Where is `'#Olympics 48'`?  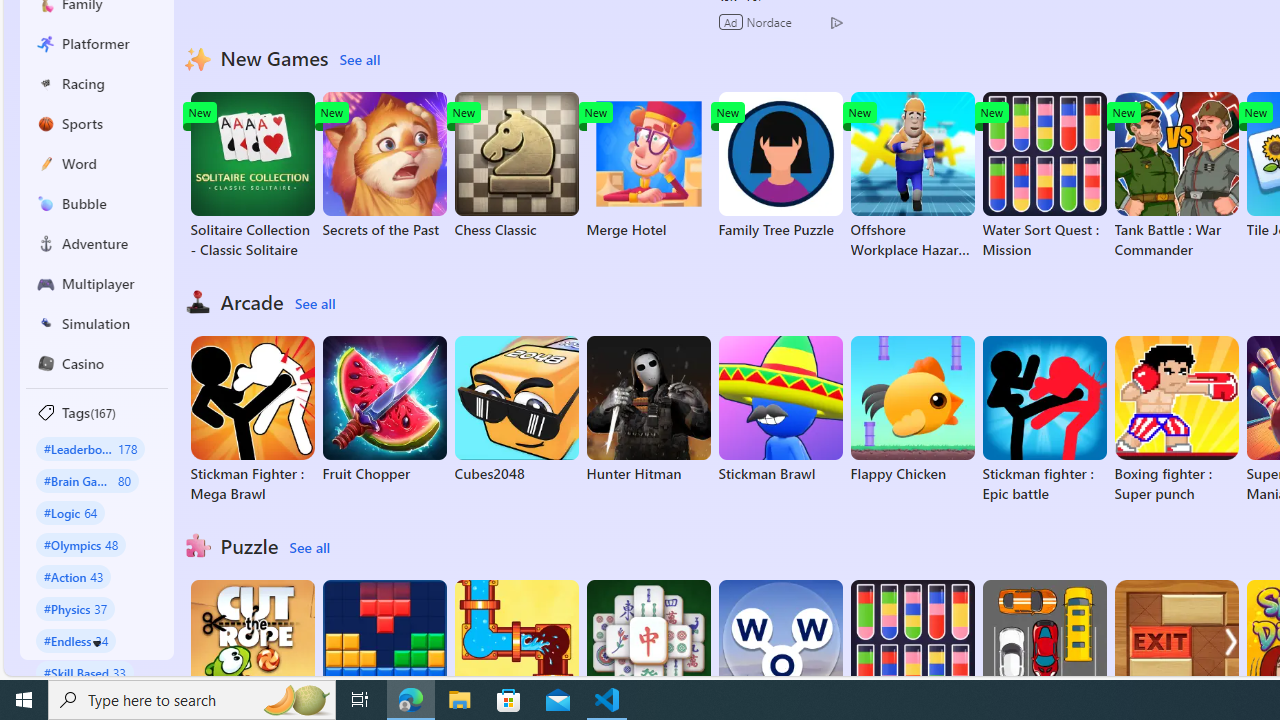 '#Olympics 48' is located at coordinates (80, 544).